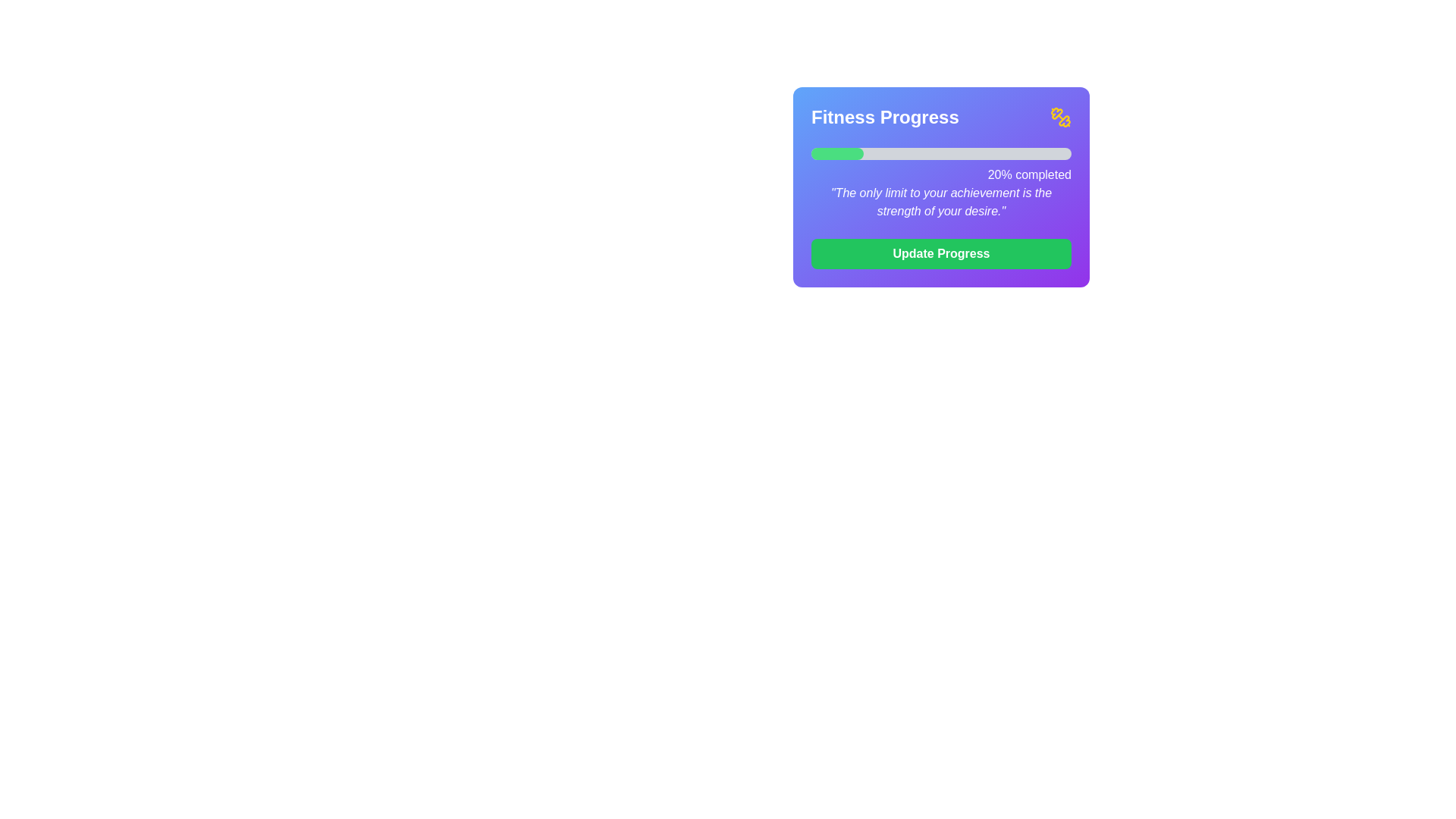 The width and height of the screenshot is (1456, 819). What do you see at coordinates (940, 253) in the screenshot?
I see `the interactive button at the bottom center of the progress card` at bounding box center [940, 253].